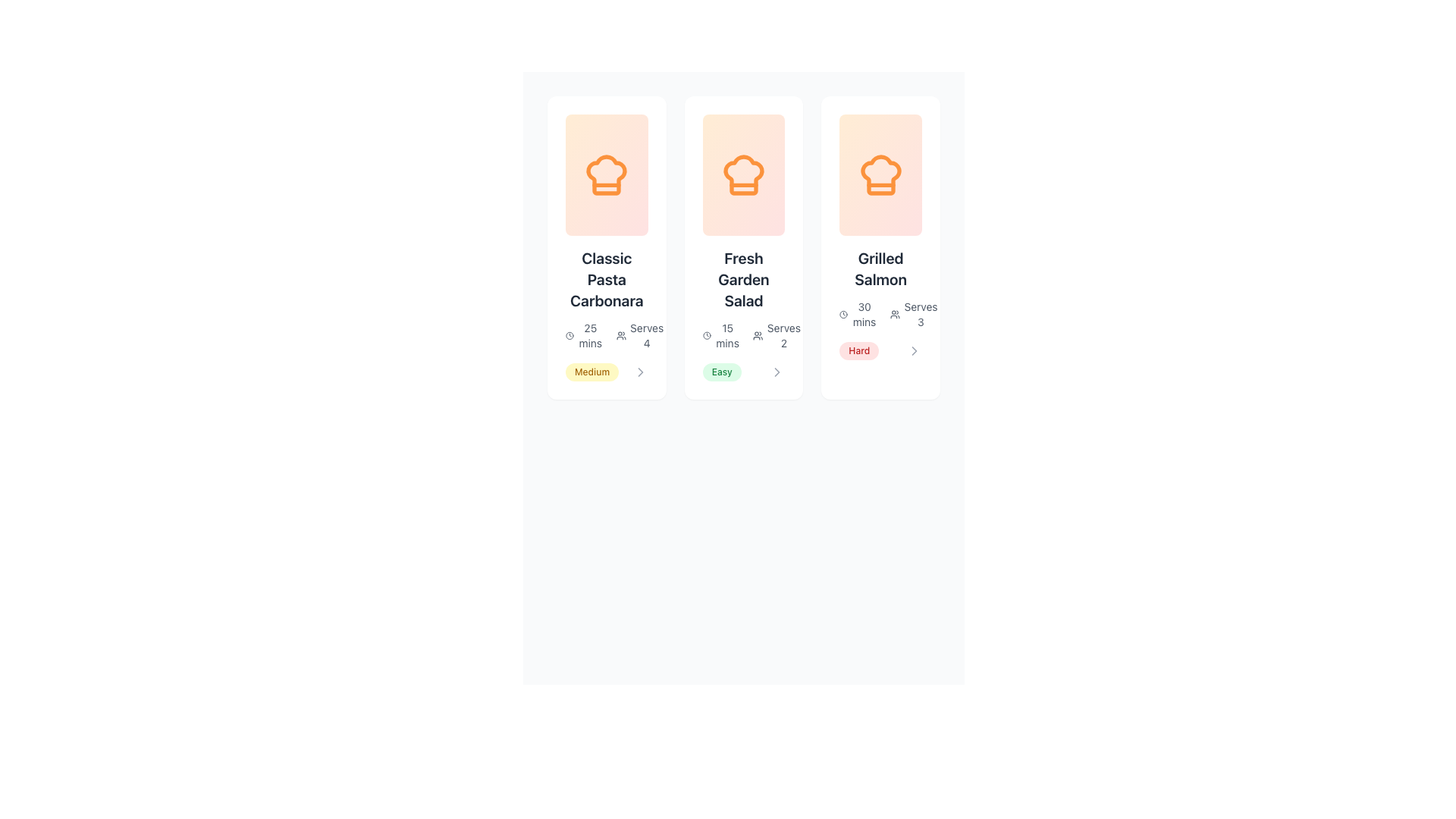 Image resolution: width=1456 pixels, height=819 pixels. I want to click on text label displaying 'Serves 2', which is styled simply and positioned below the icon of two silhouetted figures within the 'Fresh Garden Salad' card, so click(783, 335).